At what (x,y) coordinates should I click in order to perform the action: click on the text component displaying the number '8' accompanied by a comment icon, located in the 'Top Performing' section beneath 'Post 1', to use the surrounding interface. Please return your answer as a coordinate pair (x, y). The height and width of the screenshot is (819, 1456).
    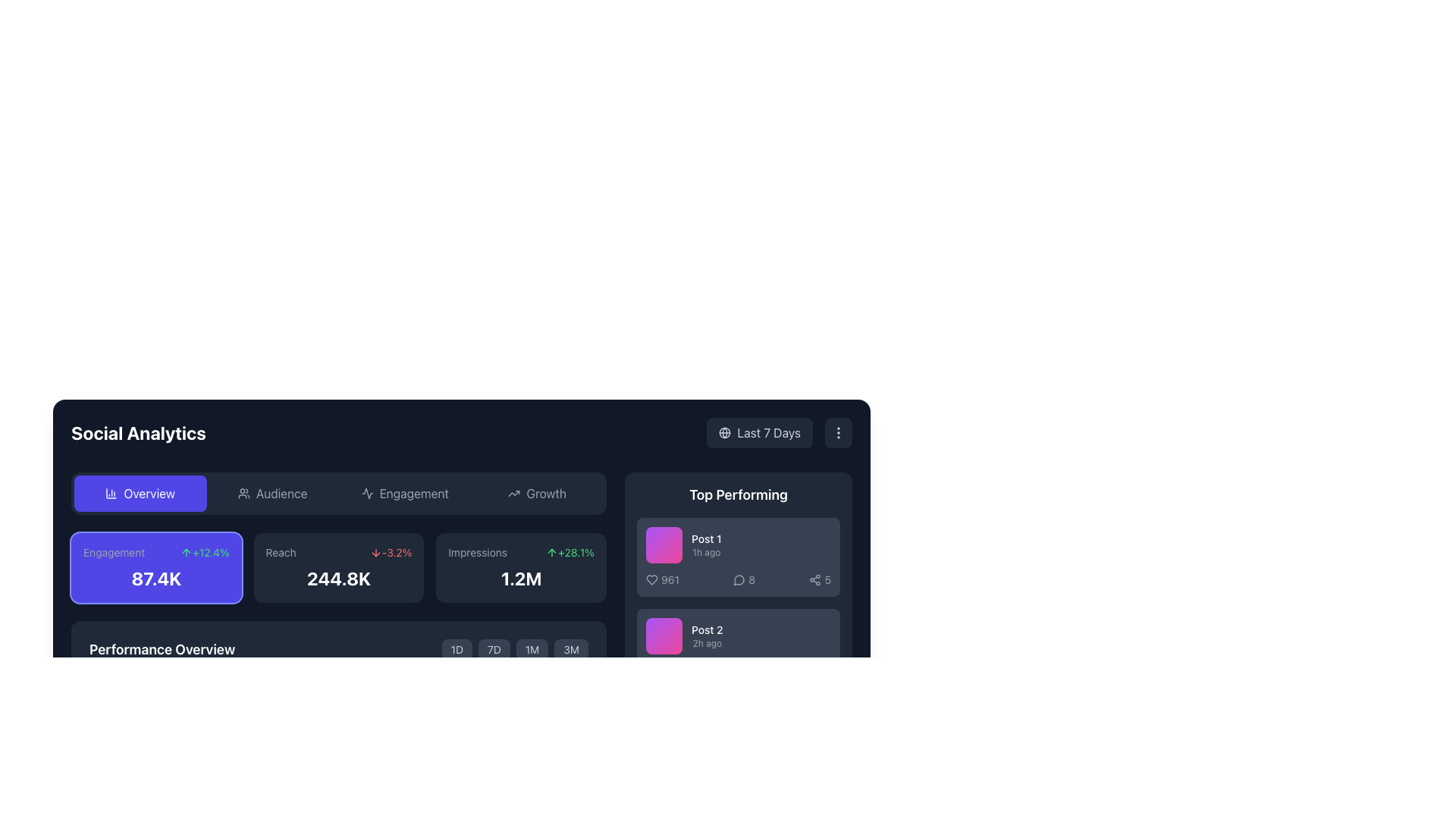
    Looking at the image, I should click on (739, 579).